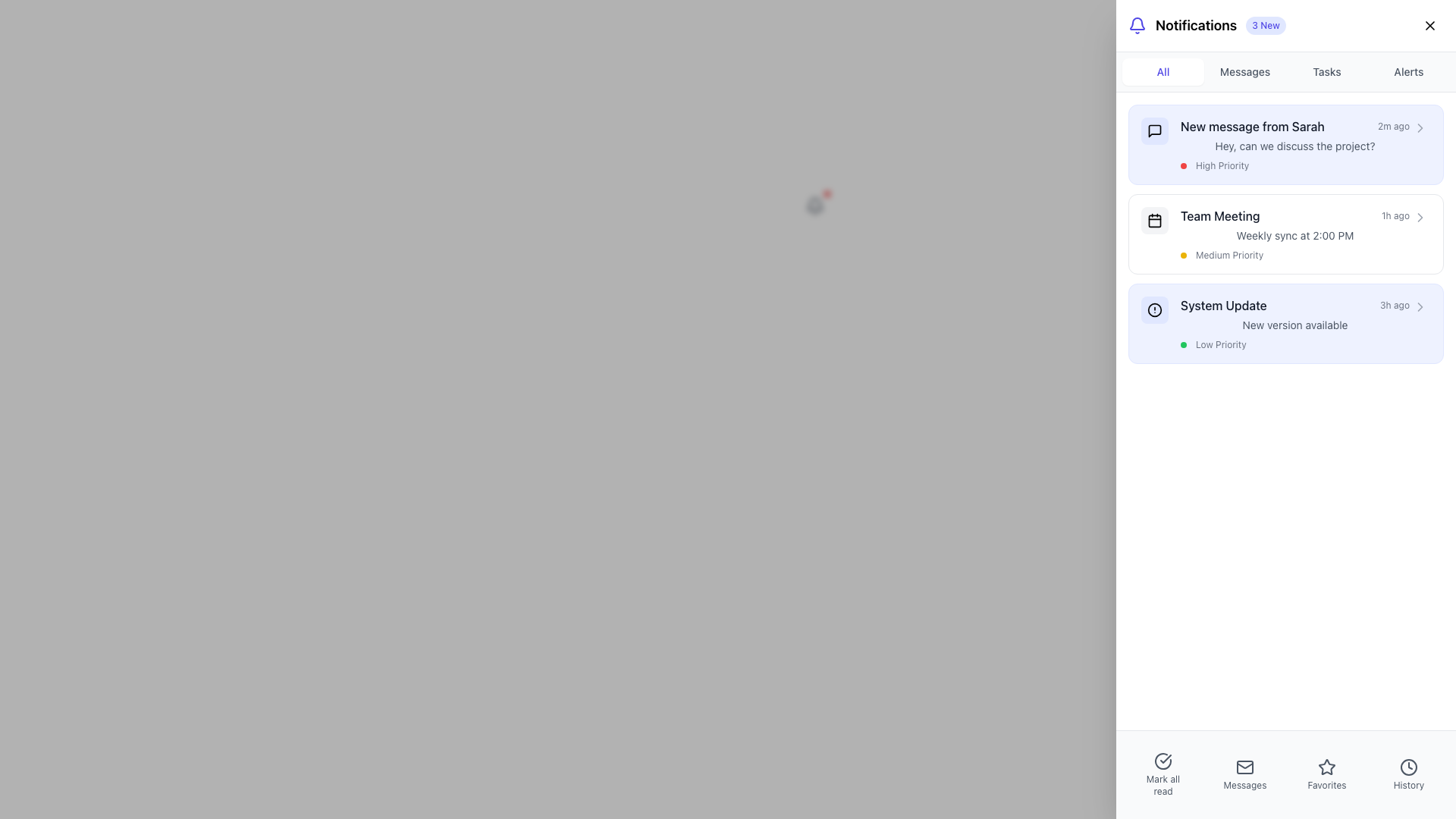 The image size is (1456, 819). What do you see at coordinates (1285, 234) in the screenshot?
I see `the second notification card in the 'Notifications' section` at bounding box center [1285, 234].